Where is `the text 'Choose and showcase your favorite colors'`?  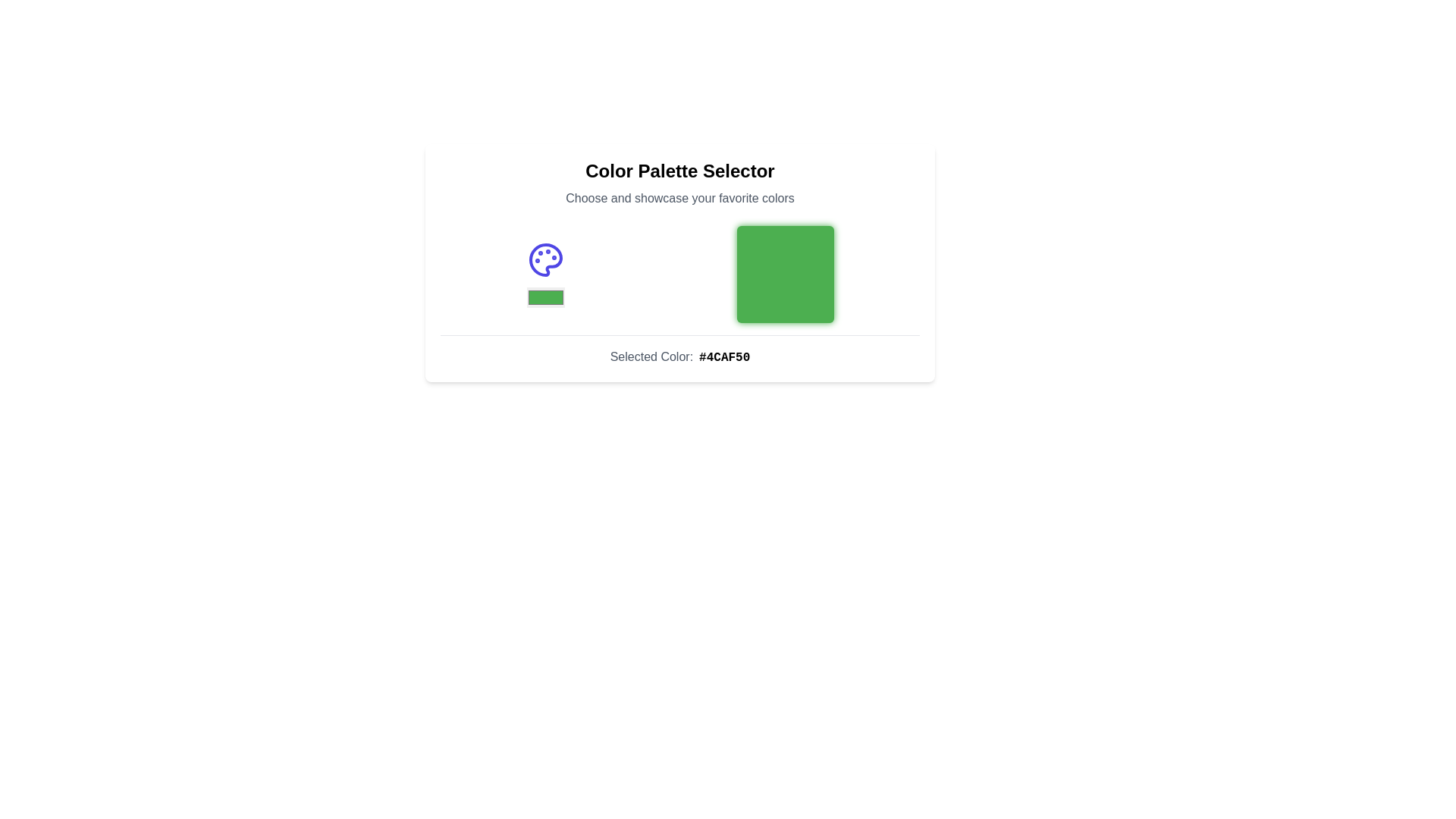 the text 'Choose and showcase your favorite colors' is located at coordinates (679, 198).